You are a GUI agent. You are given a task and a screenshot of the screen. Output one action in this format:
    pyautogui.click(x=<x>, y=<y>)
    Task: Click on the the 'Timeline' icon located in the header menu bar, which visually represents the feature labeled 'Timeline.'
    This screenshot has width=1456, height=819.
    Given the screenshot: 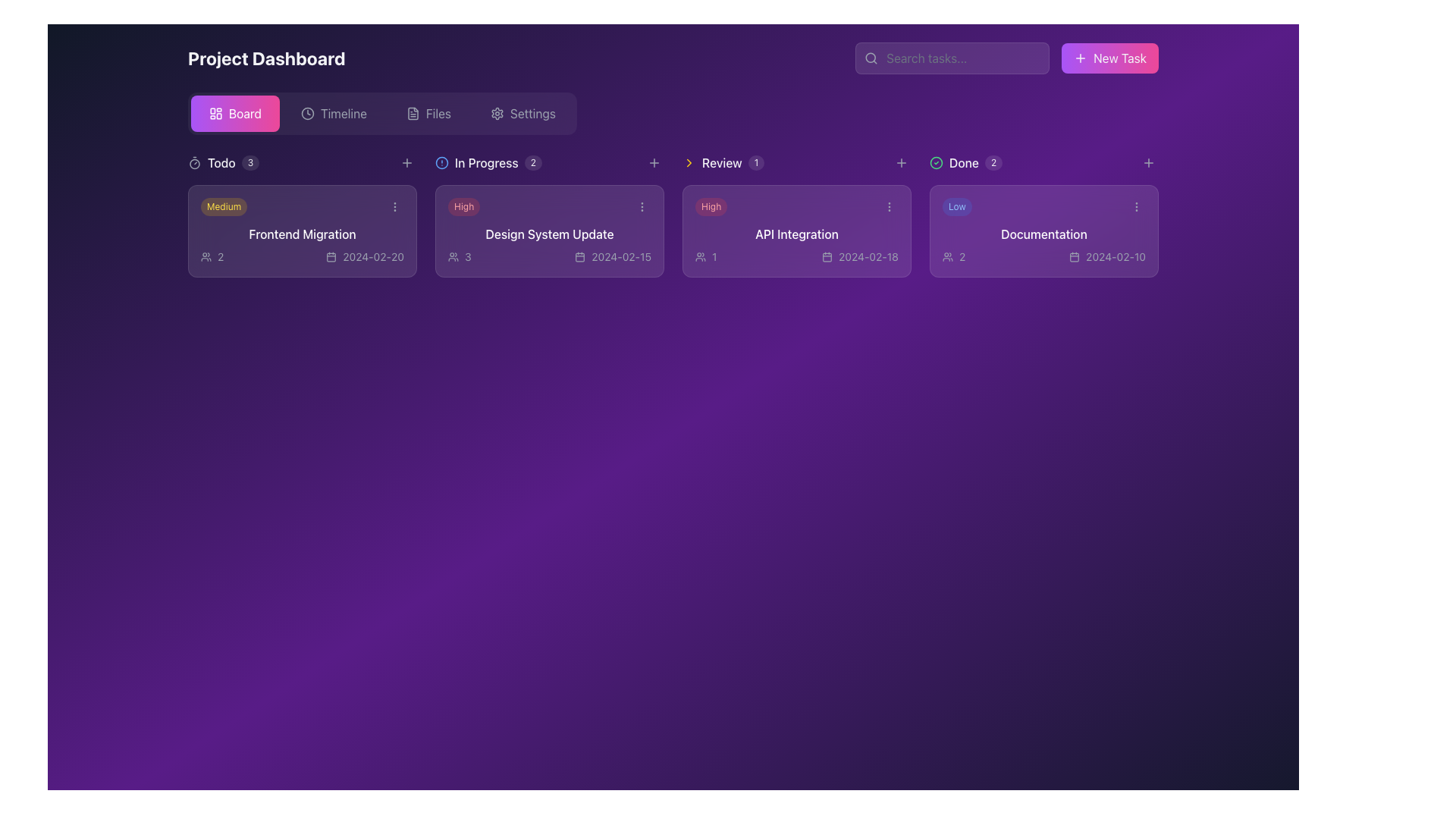 What is the action you would take?
    pyautogui.click(x=306, y=113)
    